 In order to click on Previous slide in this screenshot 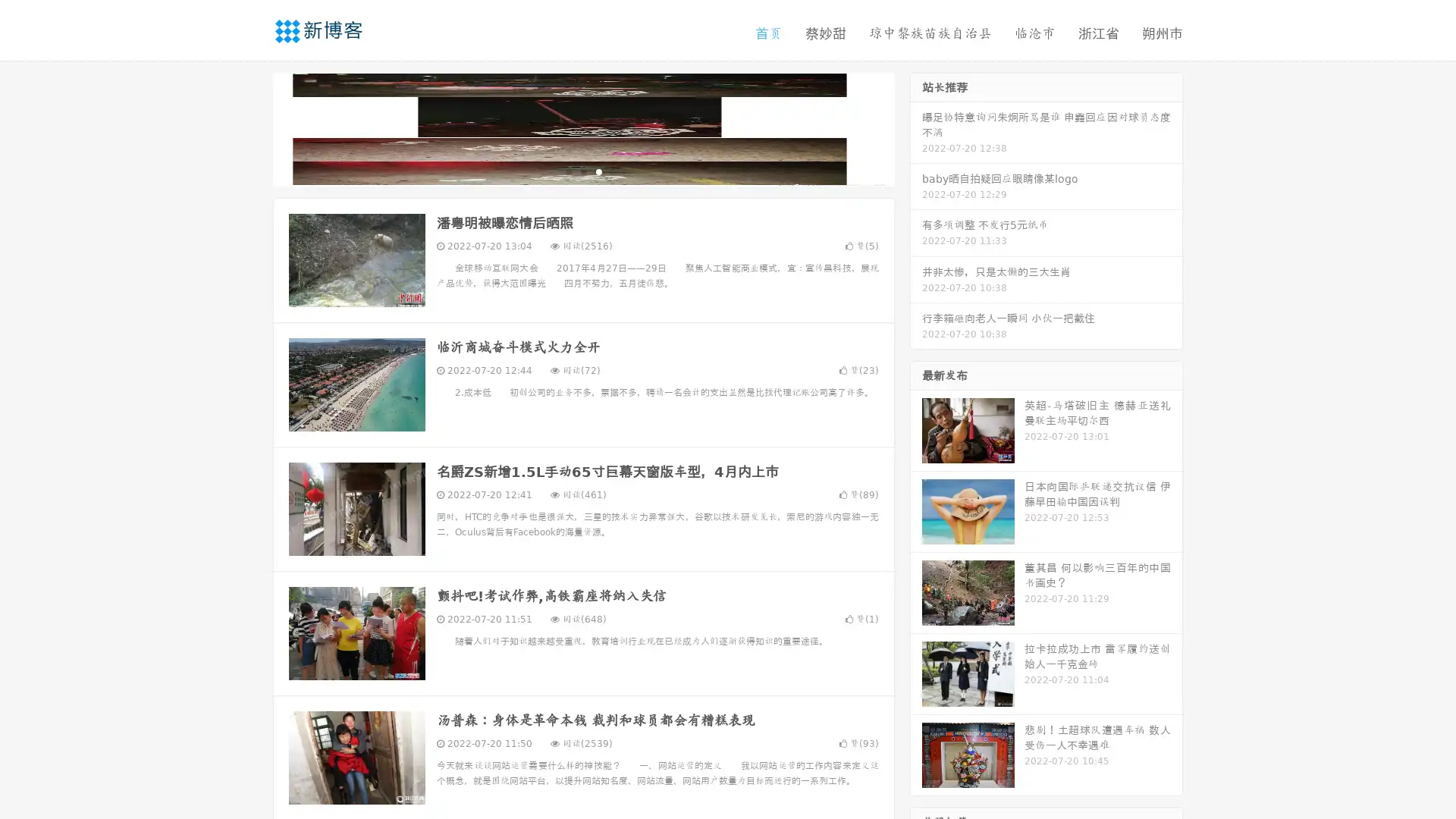, I will do `click(250, 127)`.